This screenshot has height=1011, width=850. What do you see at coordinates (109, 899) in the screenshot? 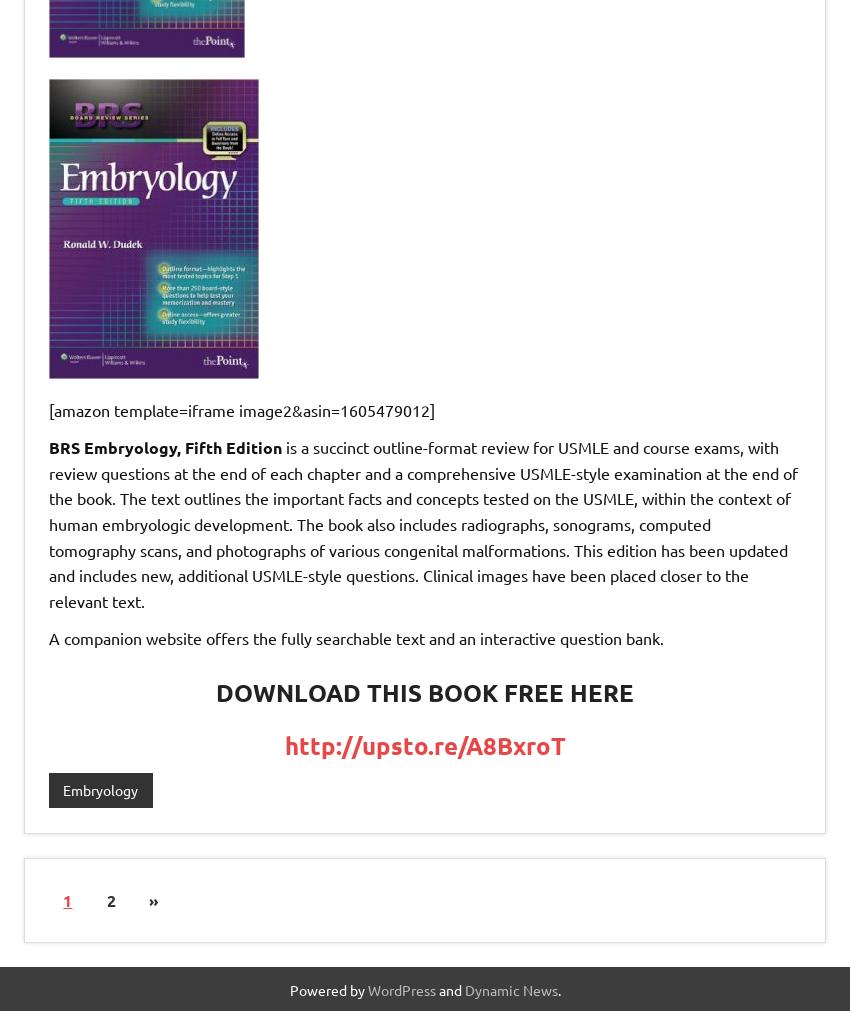
I see `'2'` at bounding box center [109, 899].